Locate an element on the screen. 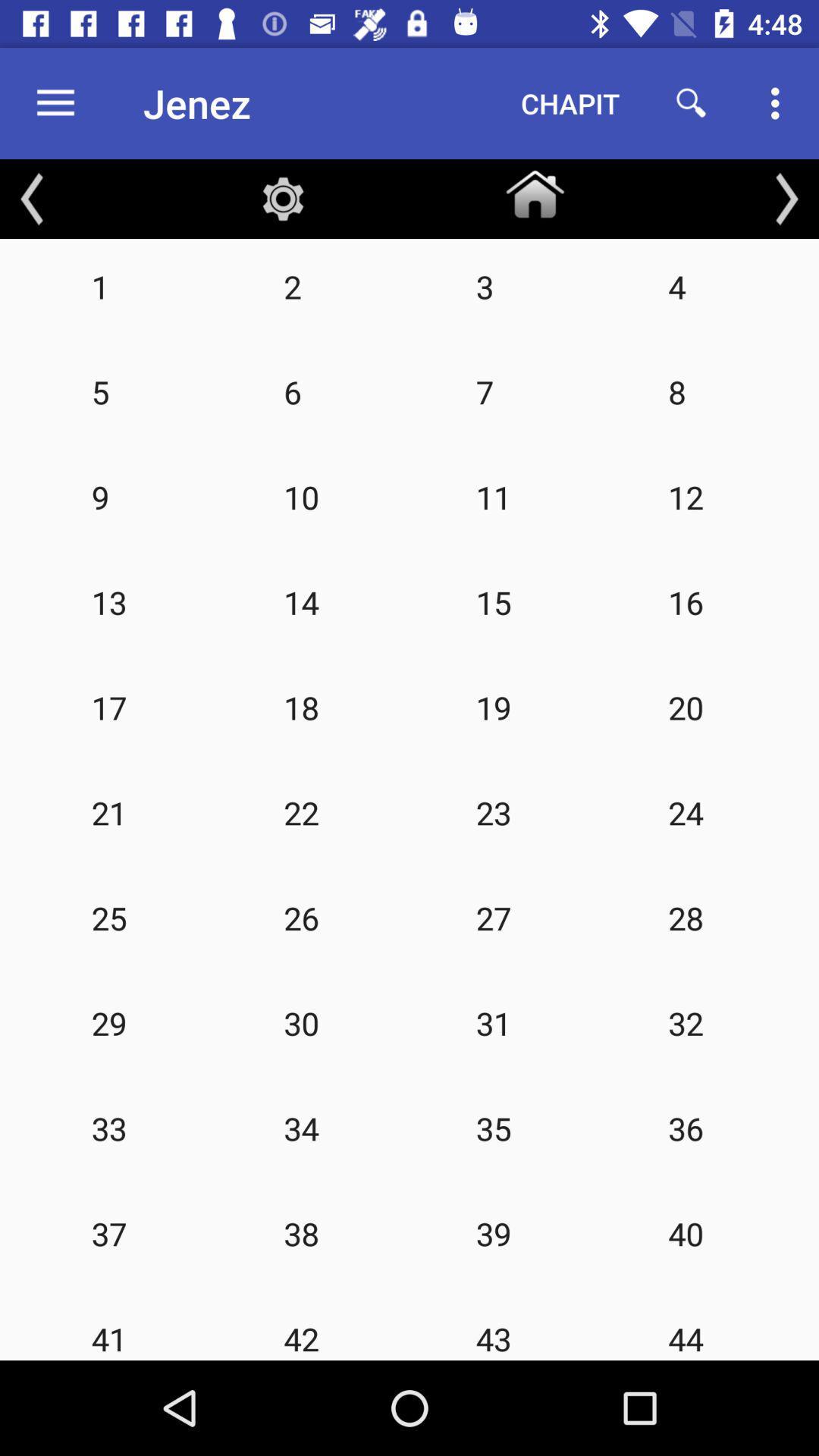 Image resolution: width=819 pixels, height=1456 pixels. the option named as chapit is located at coordinates (570, 103).